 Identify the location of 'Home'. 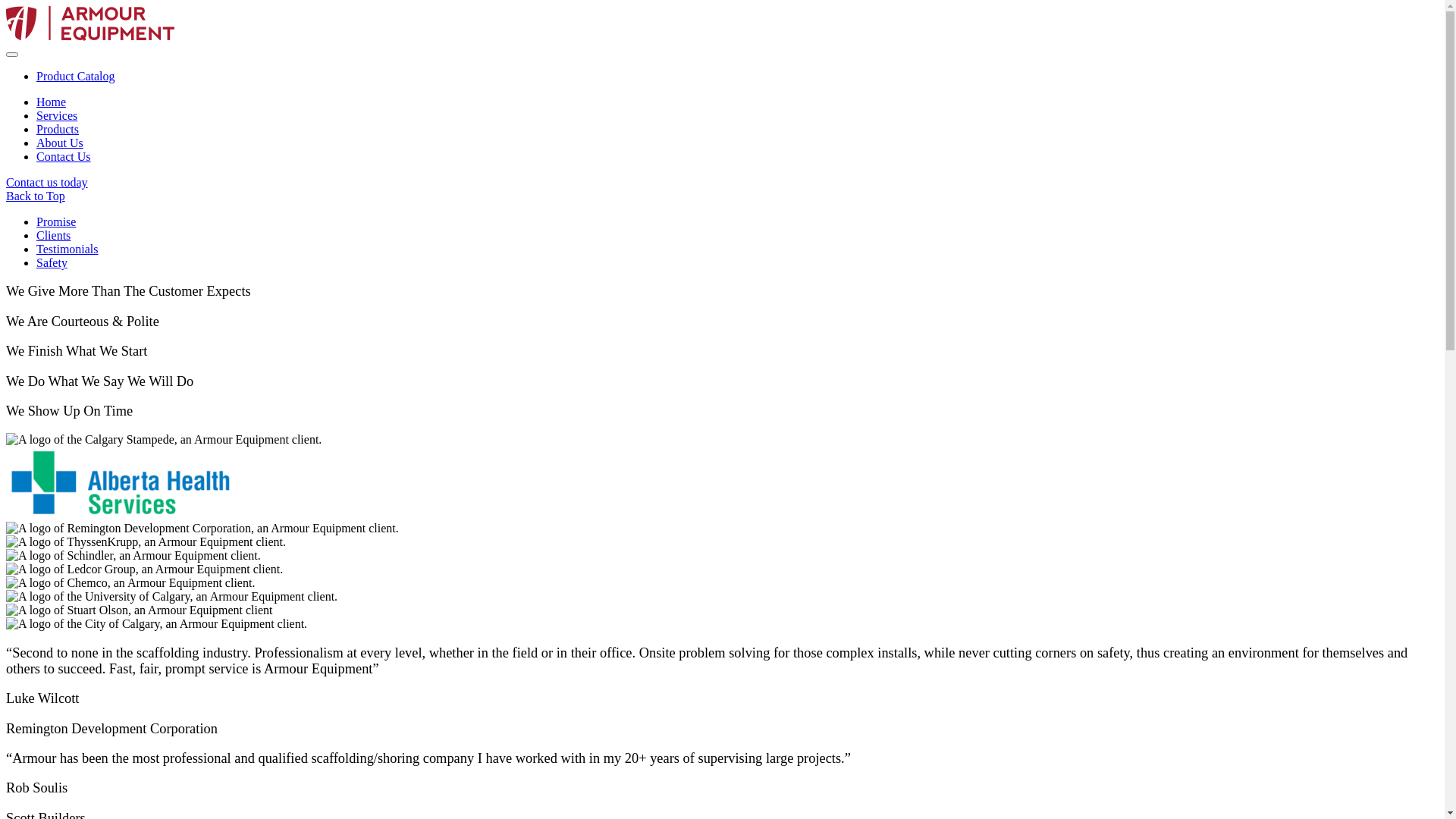
(51, 102).